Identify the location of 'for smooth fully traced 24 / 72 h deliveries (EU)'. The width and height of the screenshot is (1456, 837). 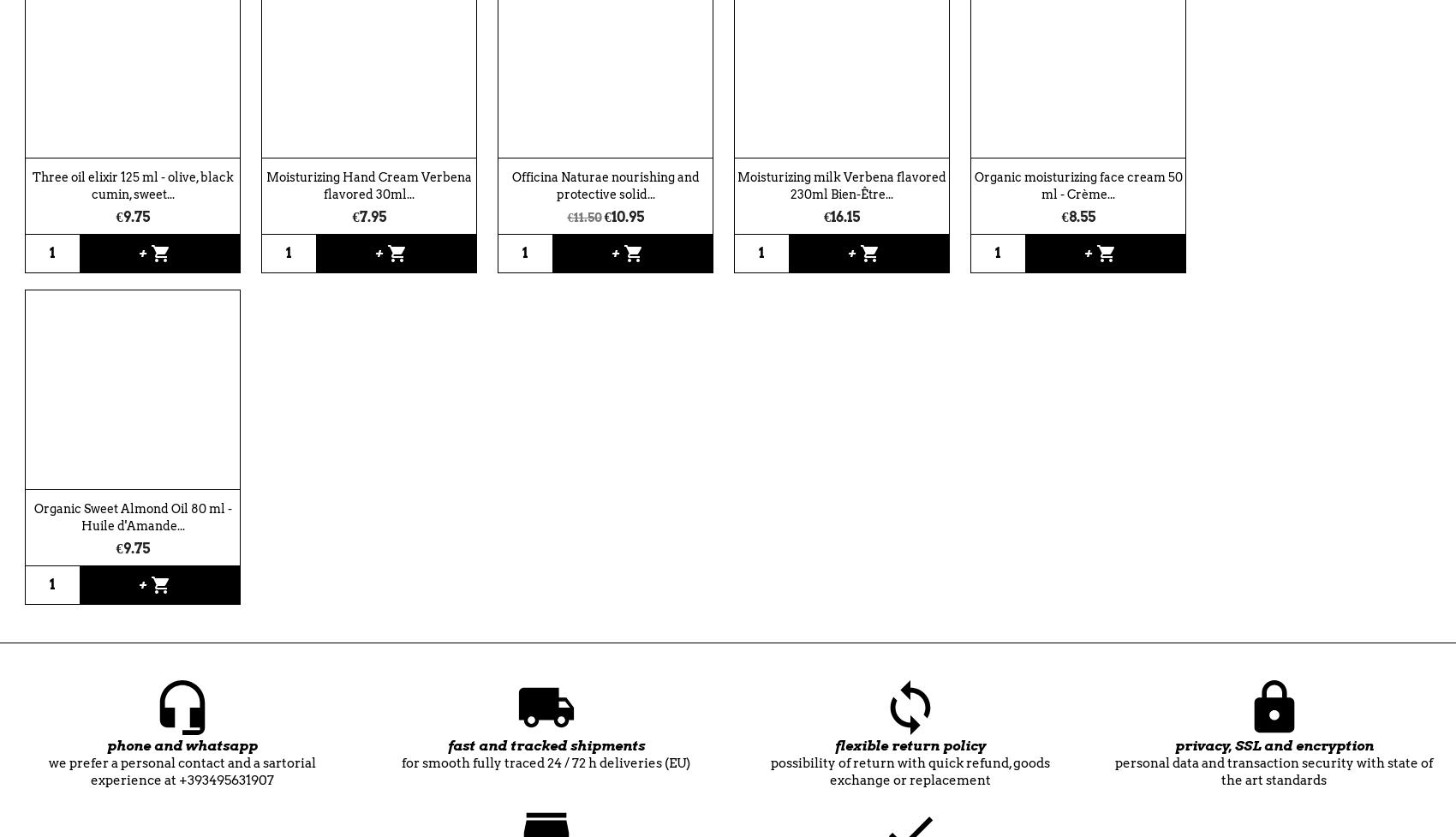
(545, 762).